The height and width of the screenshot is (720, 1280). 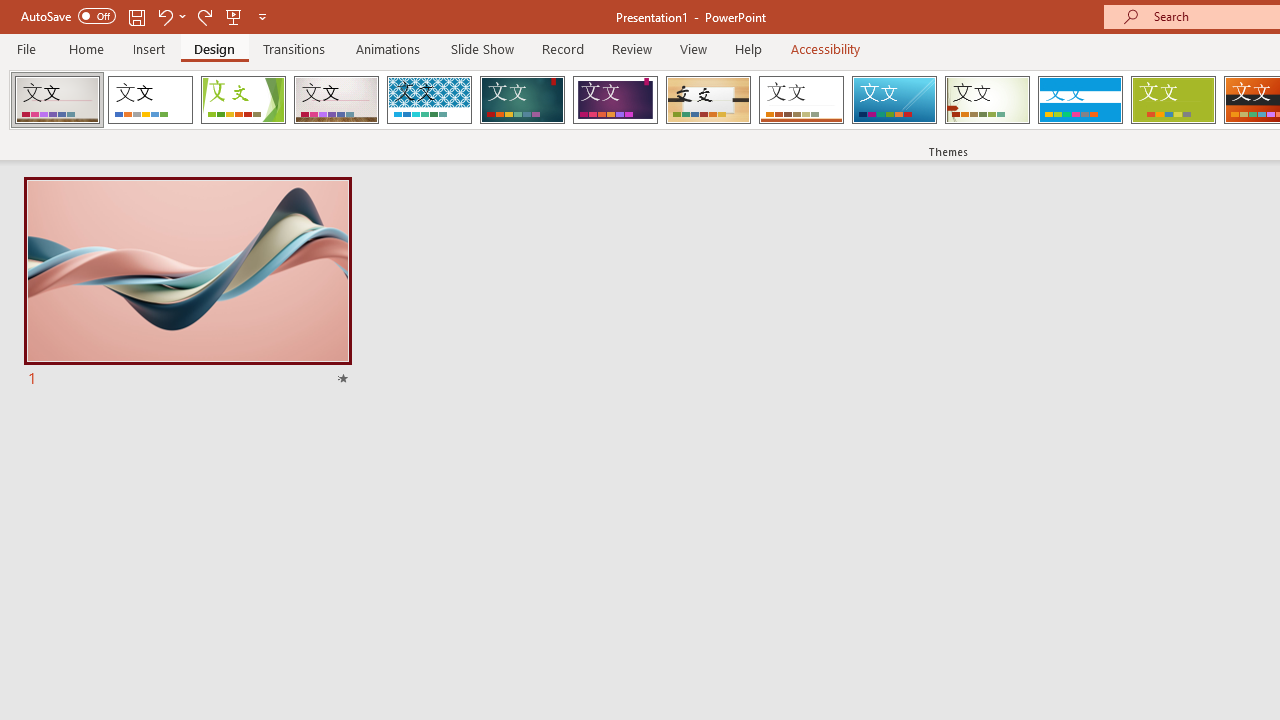 What do you see at coordinates (987, 100) in the screenshot?
I see `'Wisp'` at bounding box center [987, 100].